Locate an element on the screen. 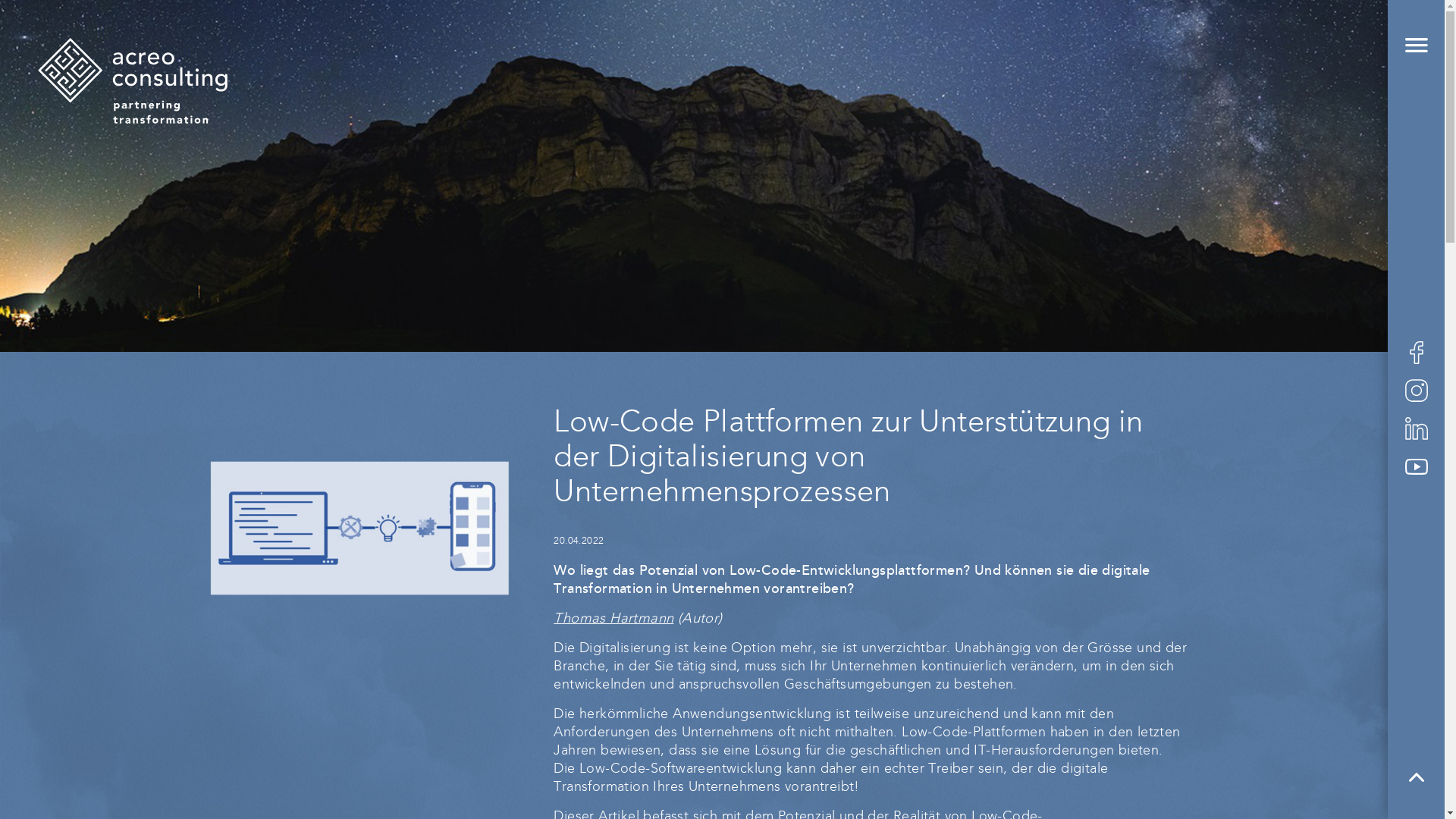 This screenshot has width=1456, height=819. 'acreo consulting bei Instagram' is located at coordinates (1415, 390).